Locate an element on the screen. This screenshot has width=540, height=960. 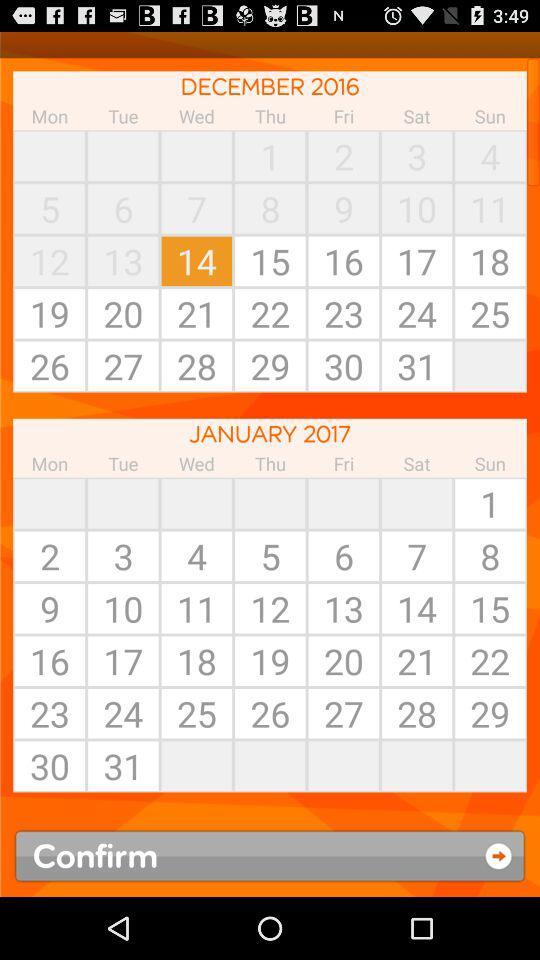
app above the 2 is located at coordinates (123, 502).